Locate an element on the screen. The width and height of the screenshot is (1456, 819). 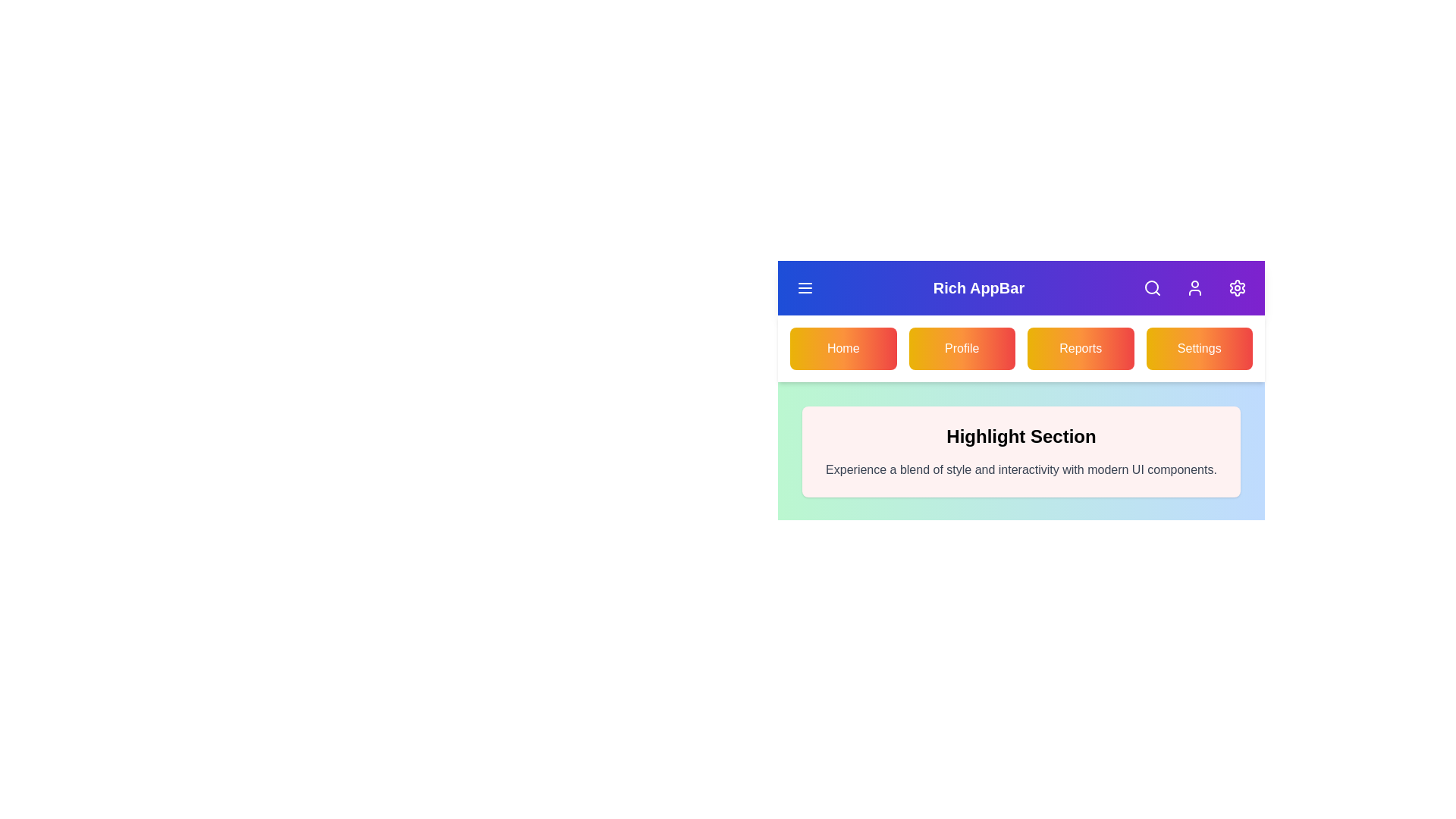
the button labeled Home to observe its hover effect is located at coordinates (843, 348).